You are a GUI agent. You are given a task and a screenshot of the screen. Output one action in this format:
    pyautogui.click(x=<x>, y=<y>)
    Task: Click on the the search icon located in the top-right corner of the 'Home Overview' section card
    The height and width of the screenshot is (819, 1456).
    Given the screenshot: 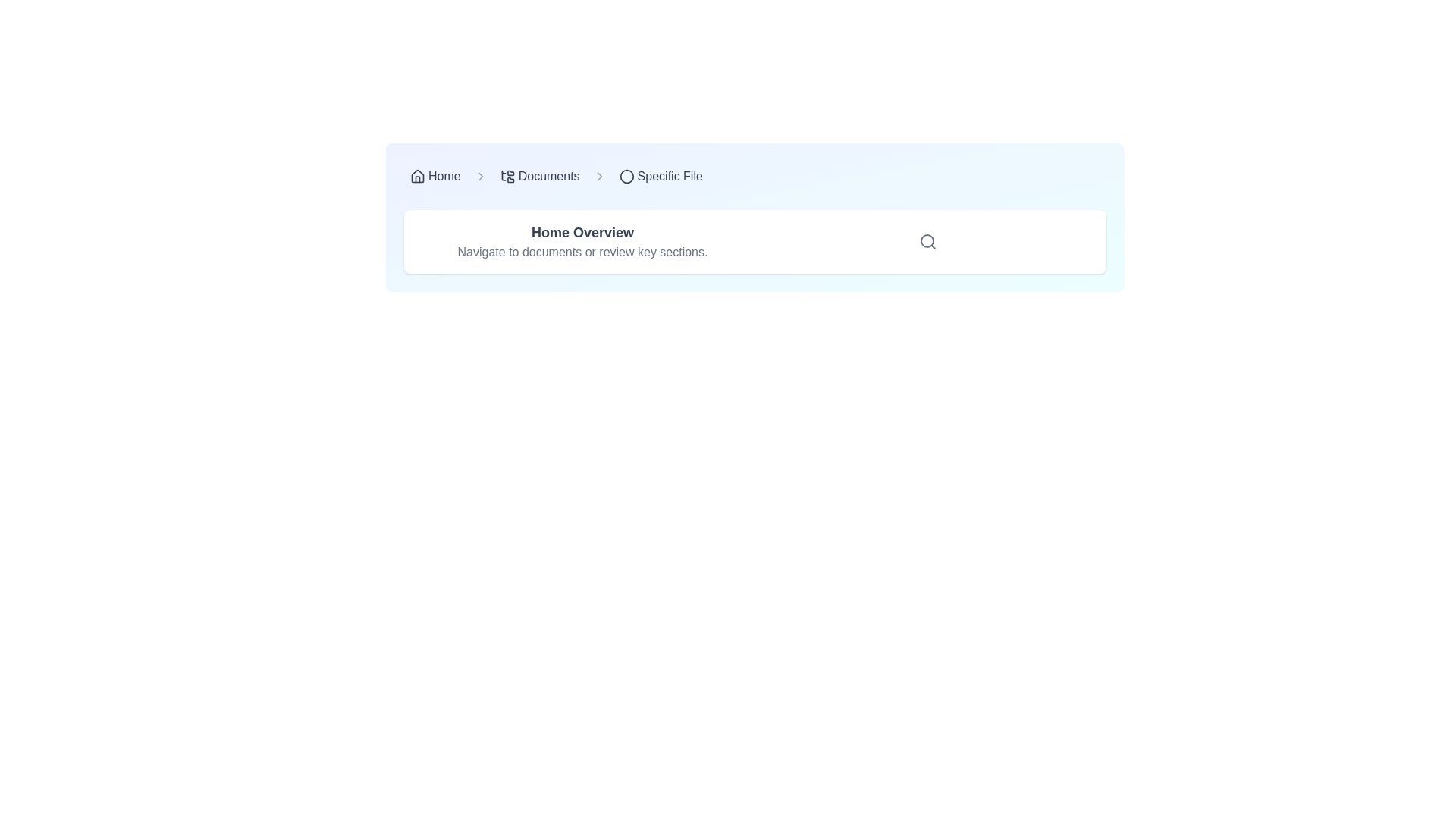 What is the action you would take?
    pyautogui.click(x=927, y=241)
    